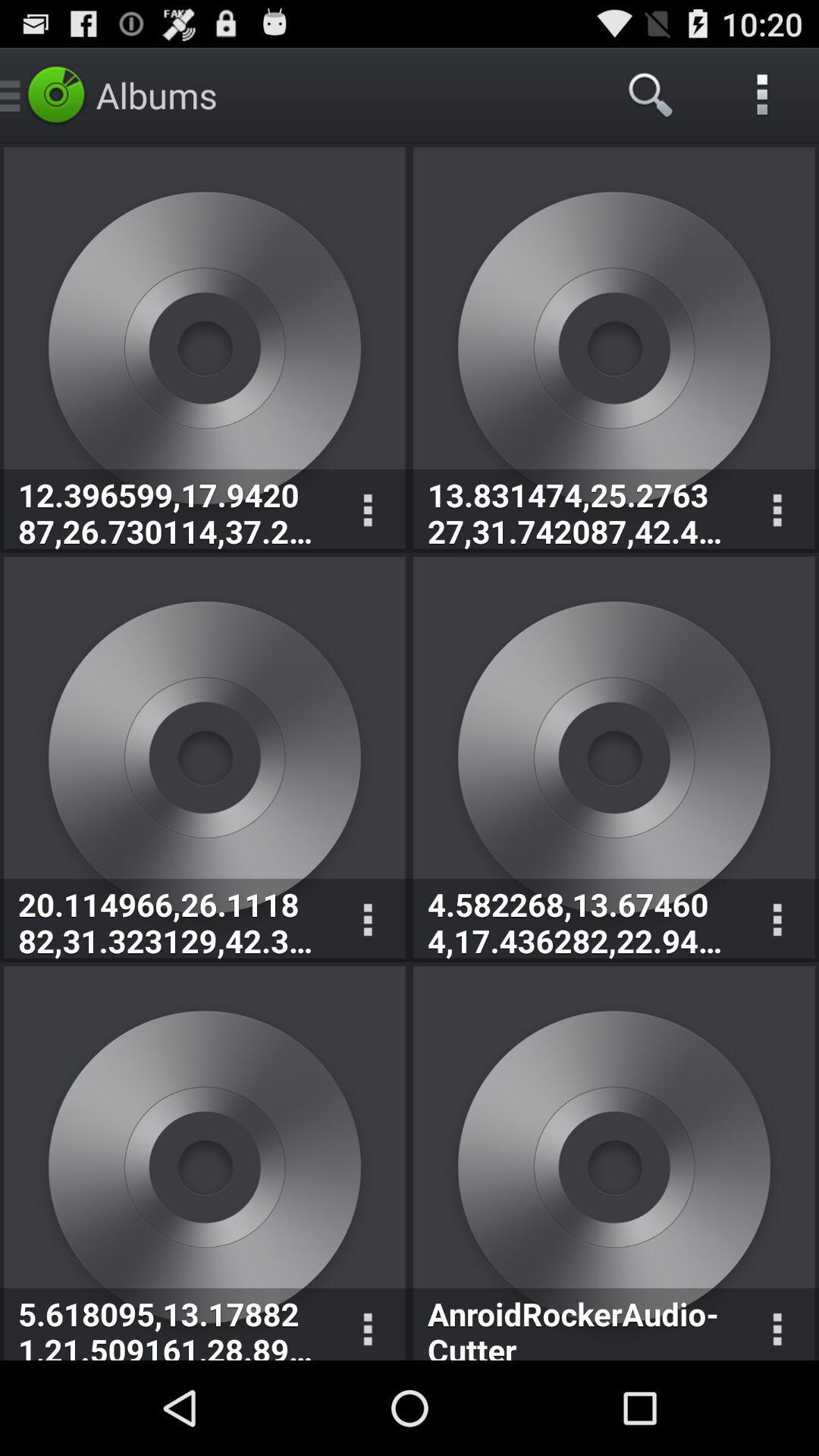  I want to click on displays option menu for corresponding album, so click(367, 510).